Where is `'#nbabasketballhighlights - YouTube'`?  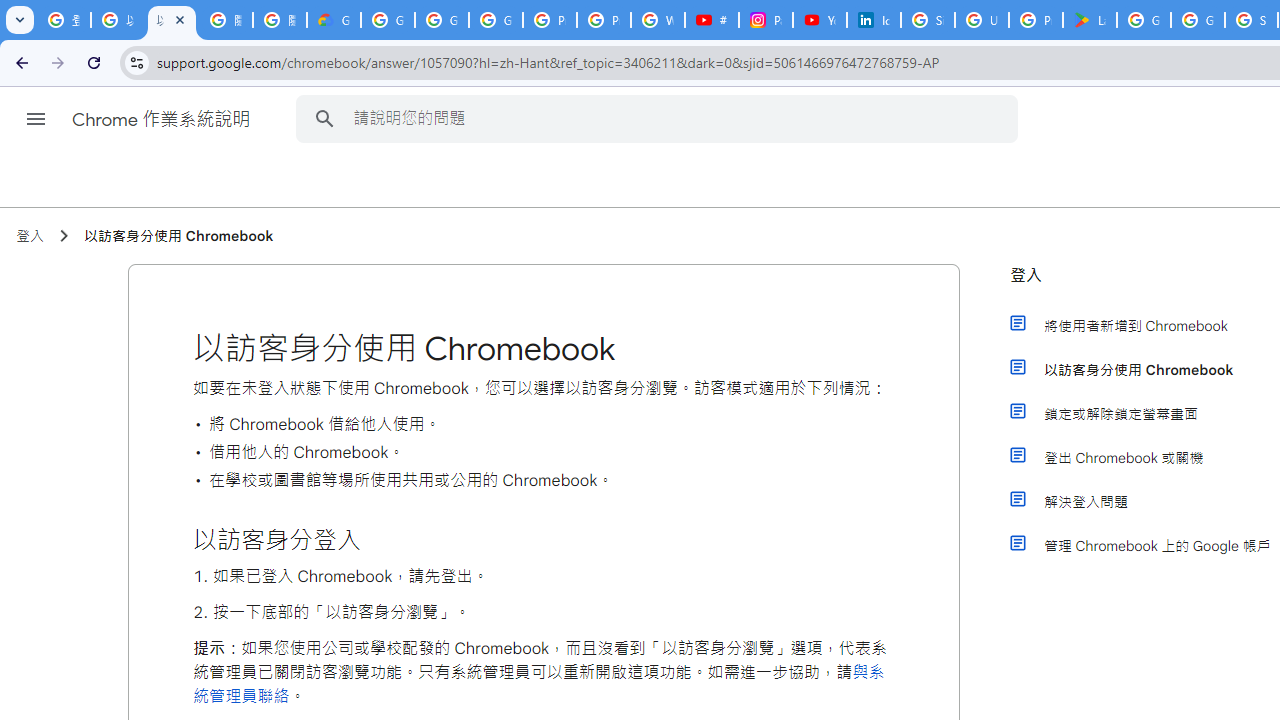 '#nbabasketballhighlights - YouTube' is located at coordinates (711, 20).